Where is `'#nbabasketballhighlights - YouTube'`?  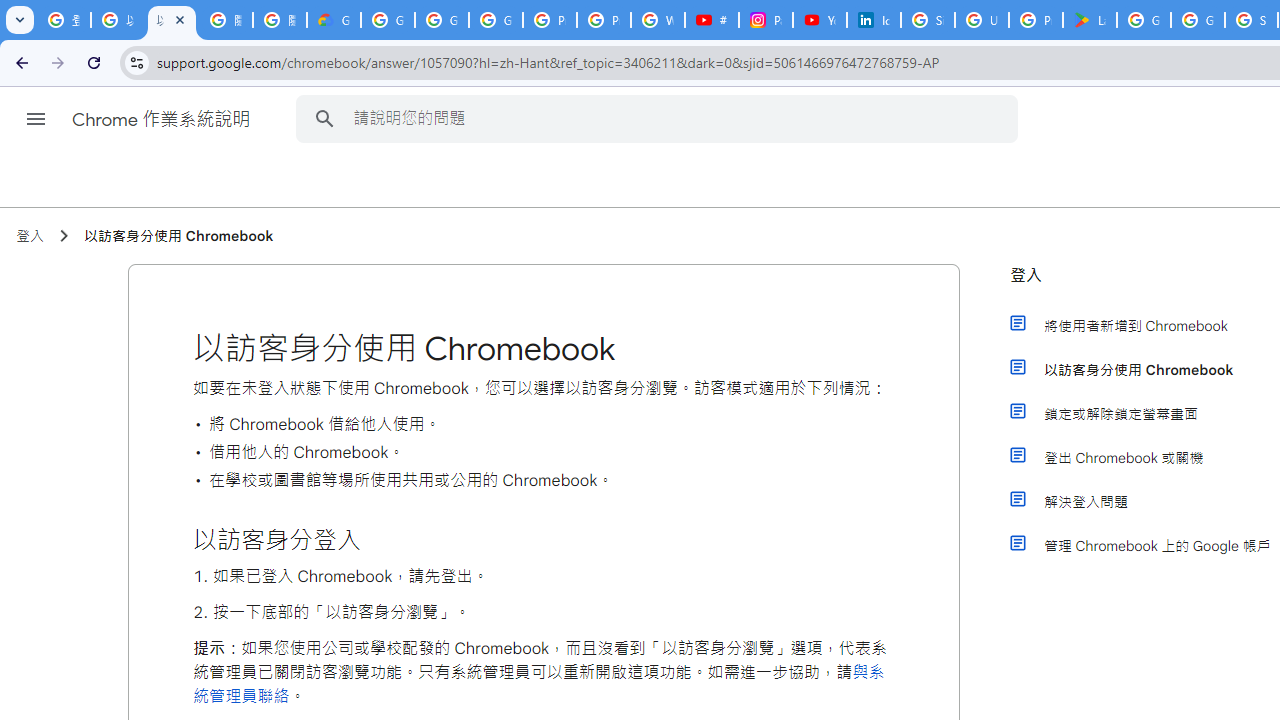 '#nbabasketballhighlights - YouTube' is located at coordinates (711, 20).